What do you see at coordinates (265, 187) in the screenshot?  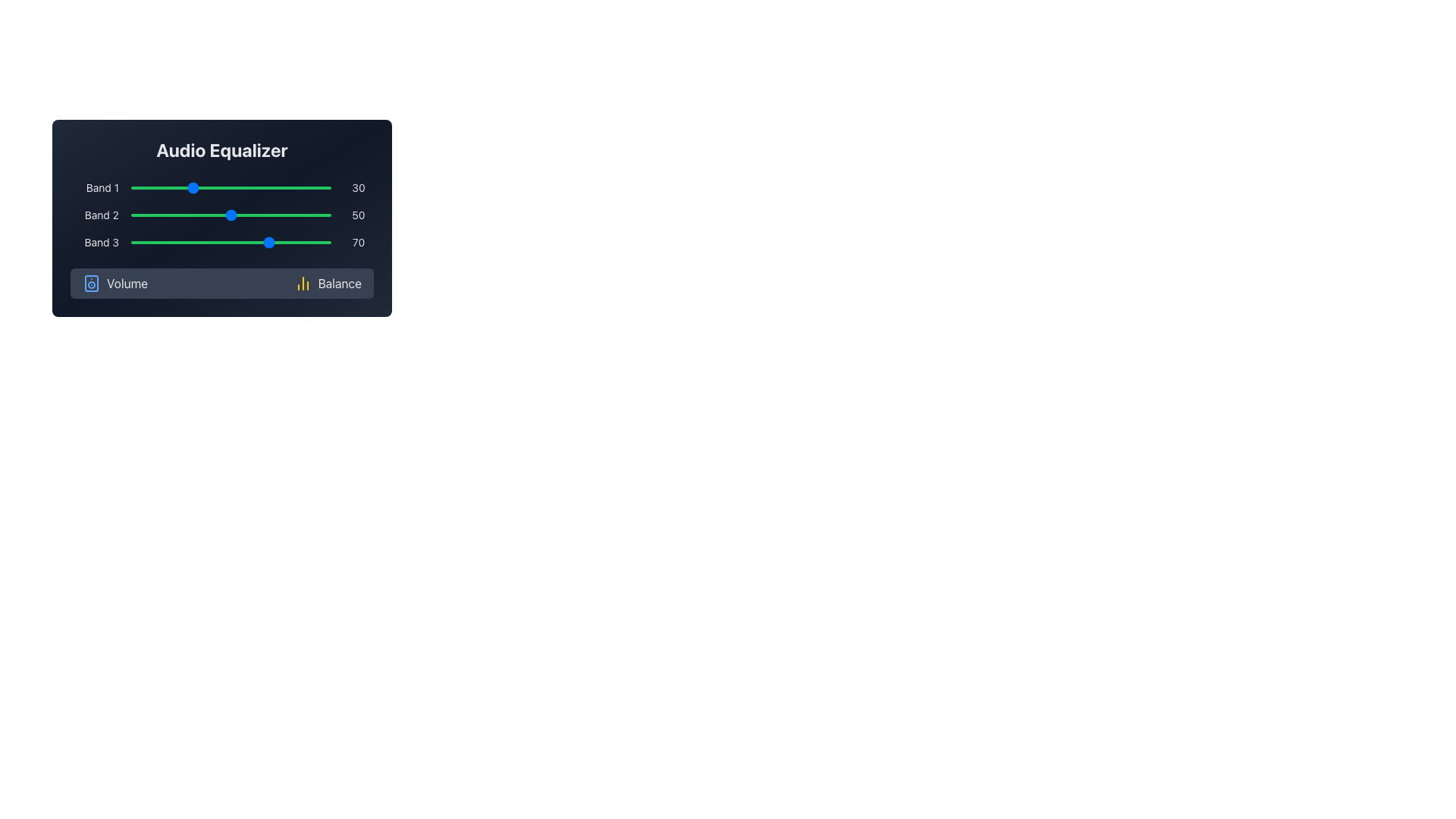 I see `Band 1 equalizer value` at bounding box center [265, 187].